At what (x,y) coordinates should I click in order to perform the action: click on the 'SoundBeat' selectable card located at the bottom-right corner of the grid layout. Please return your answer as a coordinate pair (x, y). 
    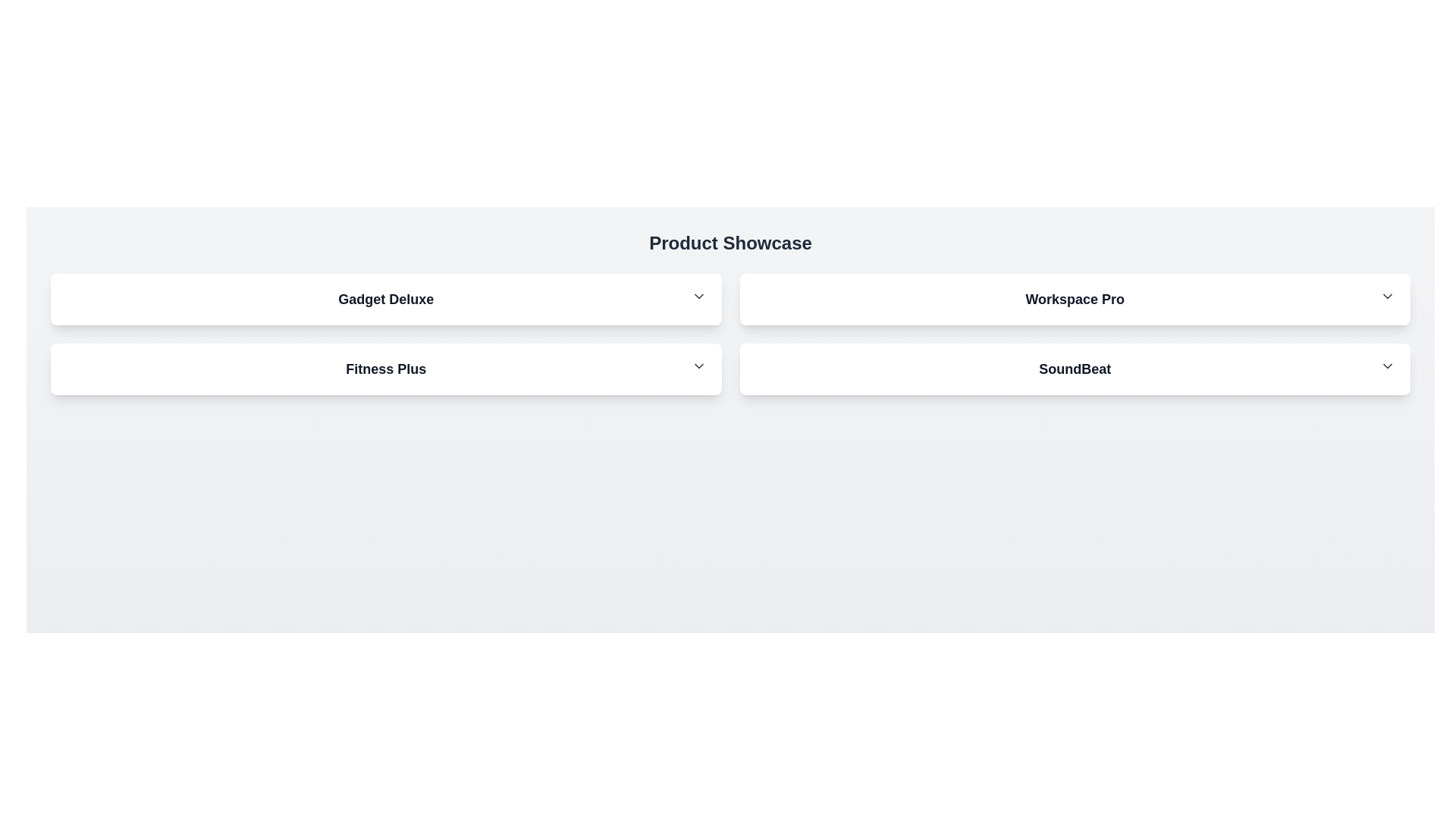
    Looking at the image, I should click on (1074, 369).